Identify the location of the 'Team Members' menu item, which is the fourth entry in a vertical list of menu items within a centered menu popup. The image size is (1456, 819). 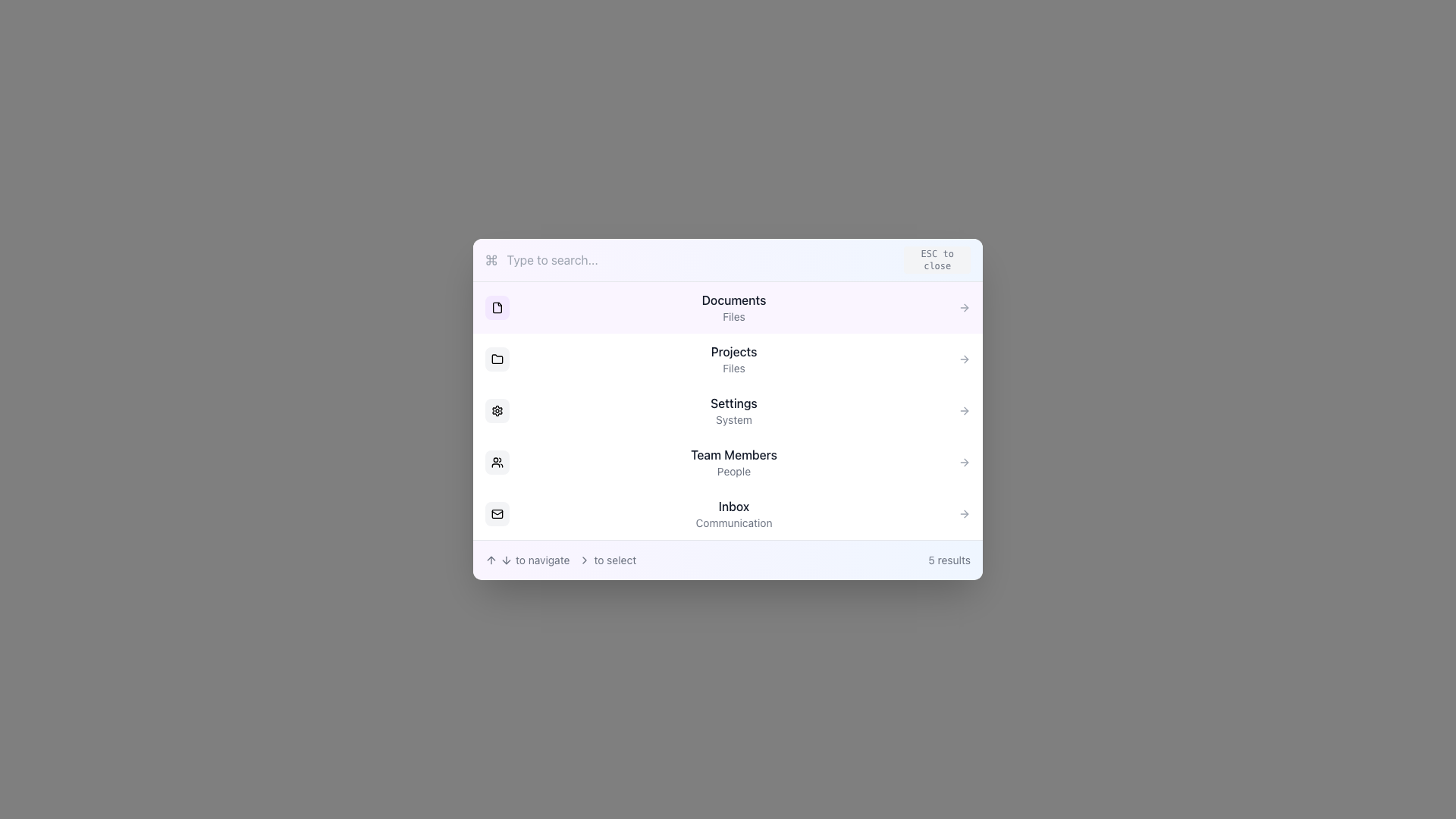
(734, 461).